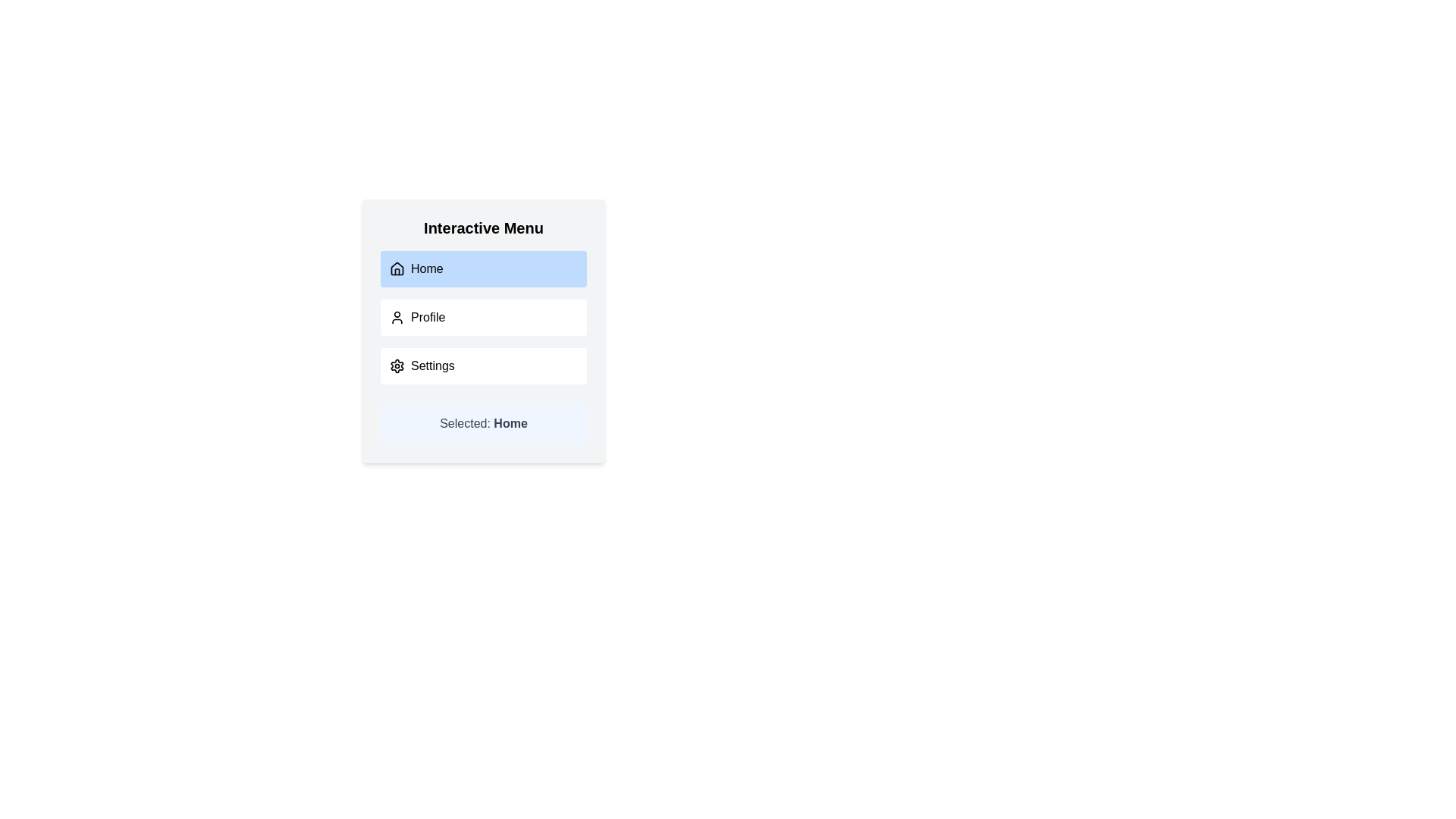  I want to click on the cog icon in the Settings menu, so click(397, 366).